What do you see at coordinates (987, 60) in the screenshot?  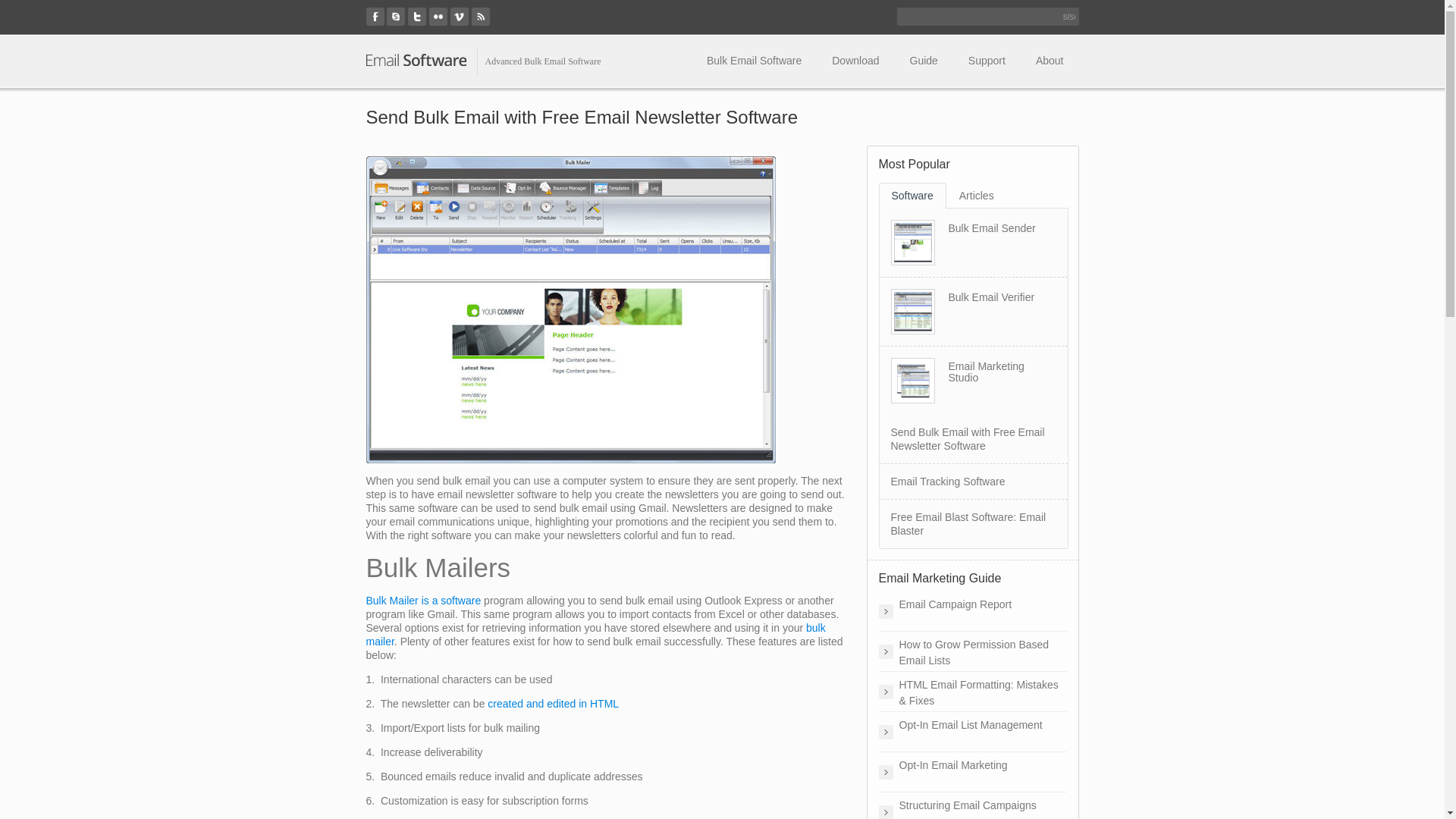 I see `'Support'` at bounding box center [987, 60].